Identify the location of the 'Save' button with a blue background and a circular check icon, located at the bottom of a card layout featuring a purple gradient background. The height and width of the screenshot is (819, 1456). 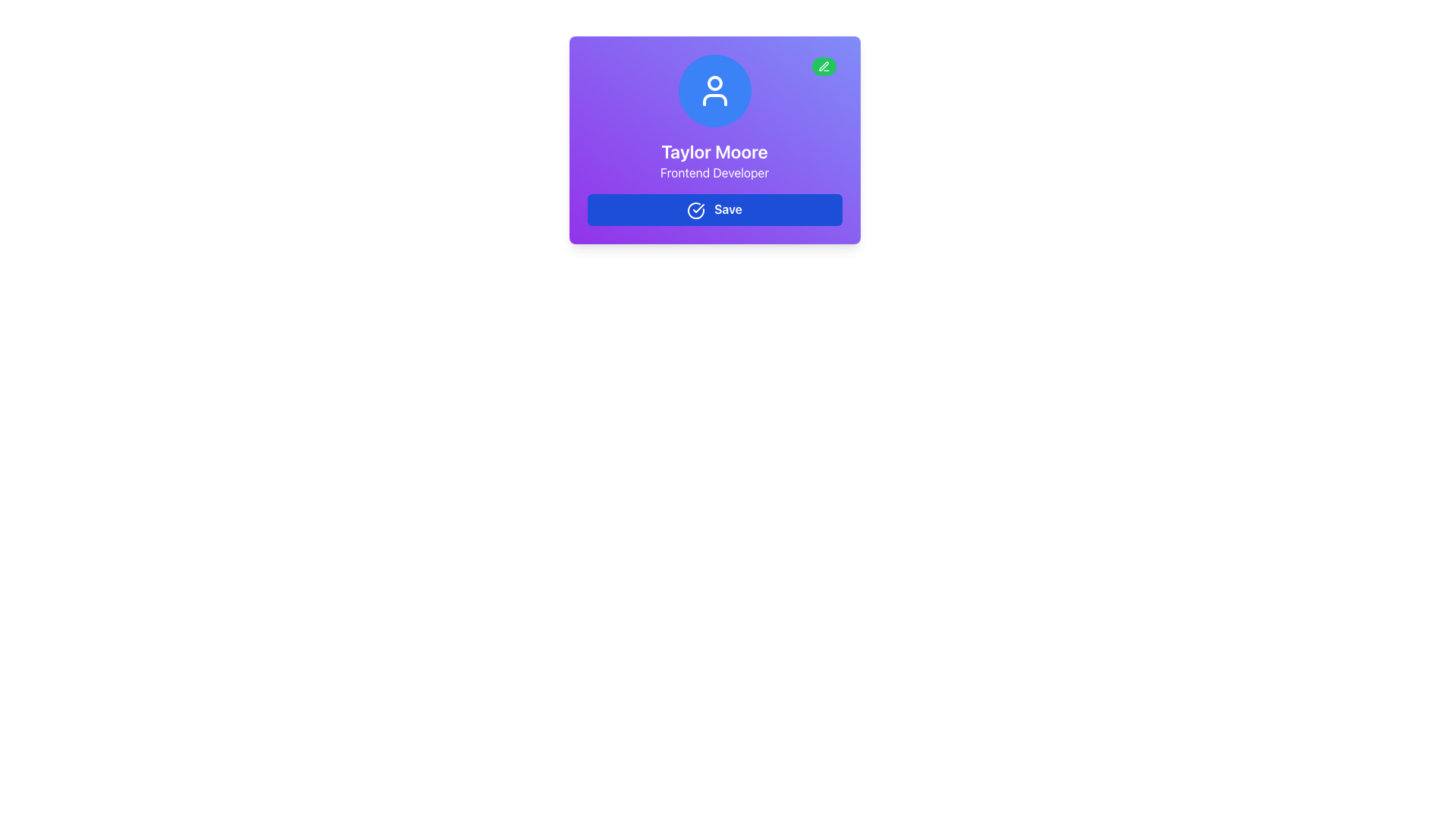
(714, 209).